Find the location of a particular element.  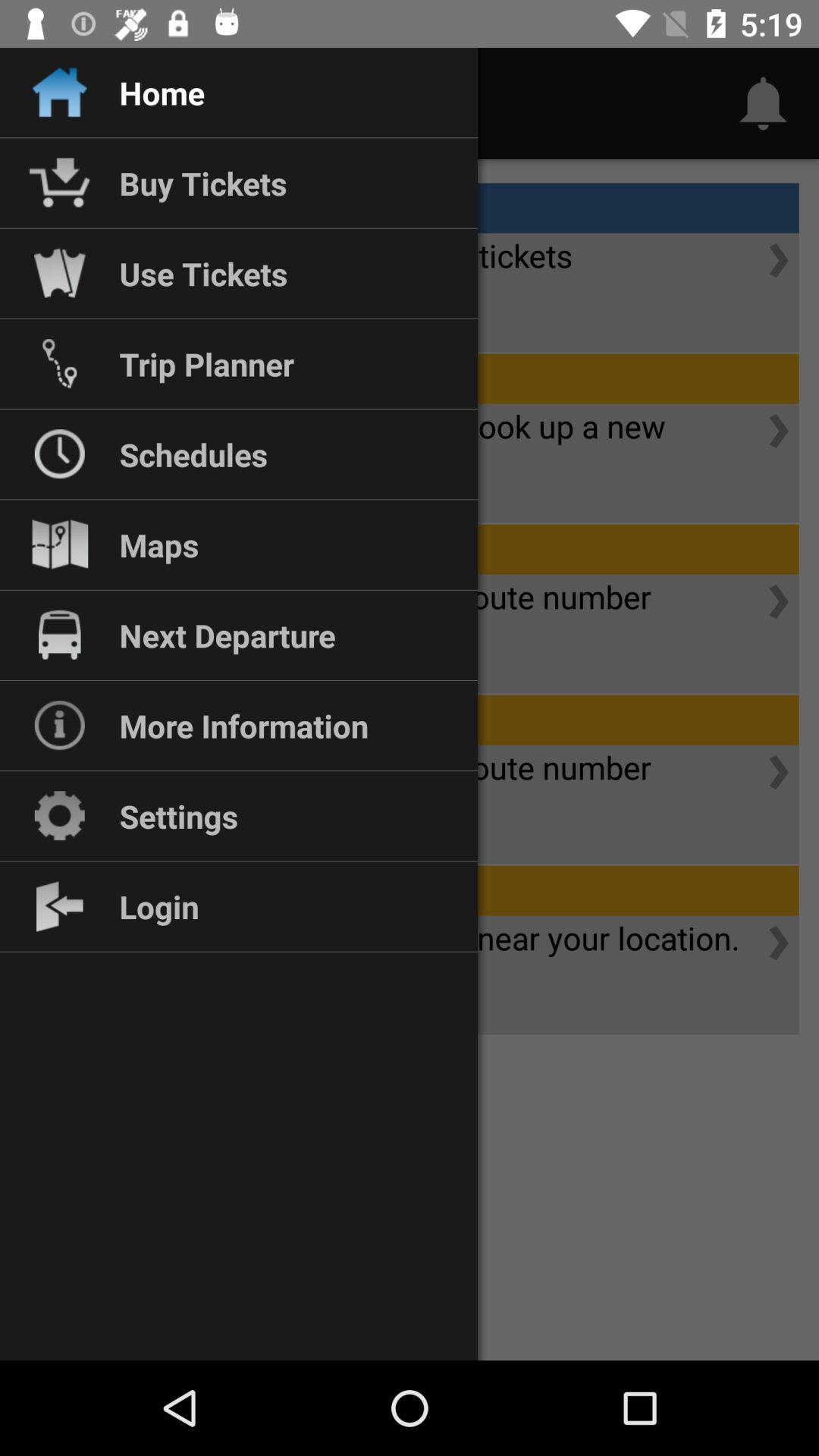

bell icon which is on the top right corner of page is located at coordinates (763, 103).